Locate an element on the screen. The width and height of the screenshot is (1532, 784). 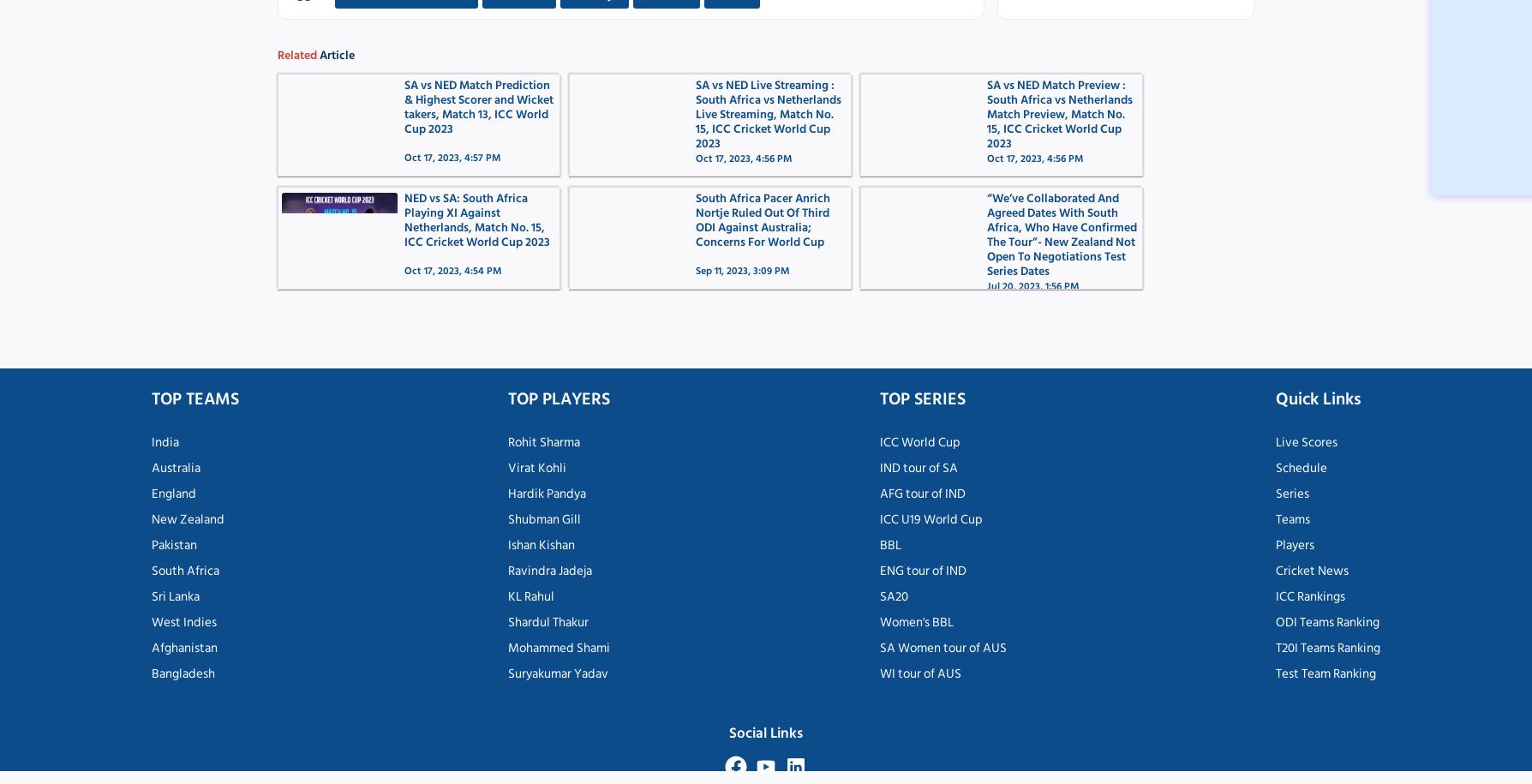
'T20I Teams Ranking' is located at coordinates (1274, 647).